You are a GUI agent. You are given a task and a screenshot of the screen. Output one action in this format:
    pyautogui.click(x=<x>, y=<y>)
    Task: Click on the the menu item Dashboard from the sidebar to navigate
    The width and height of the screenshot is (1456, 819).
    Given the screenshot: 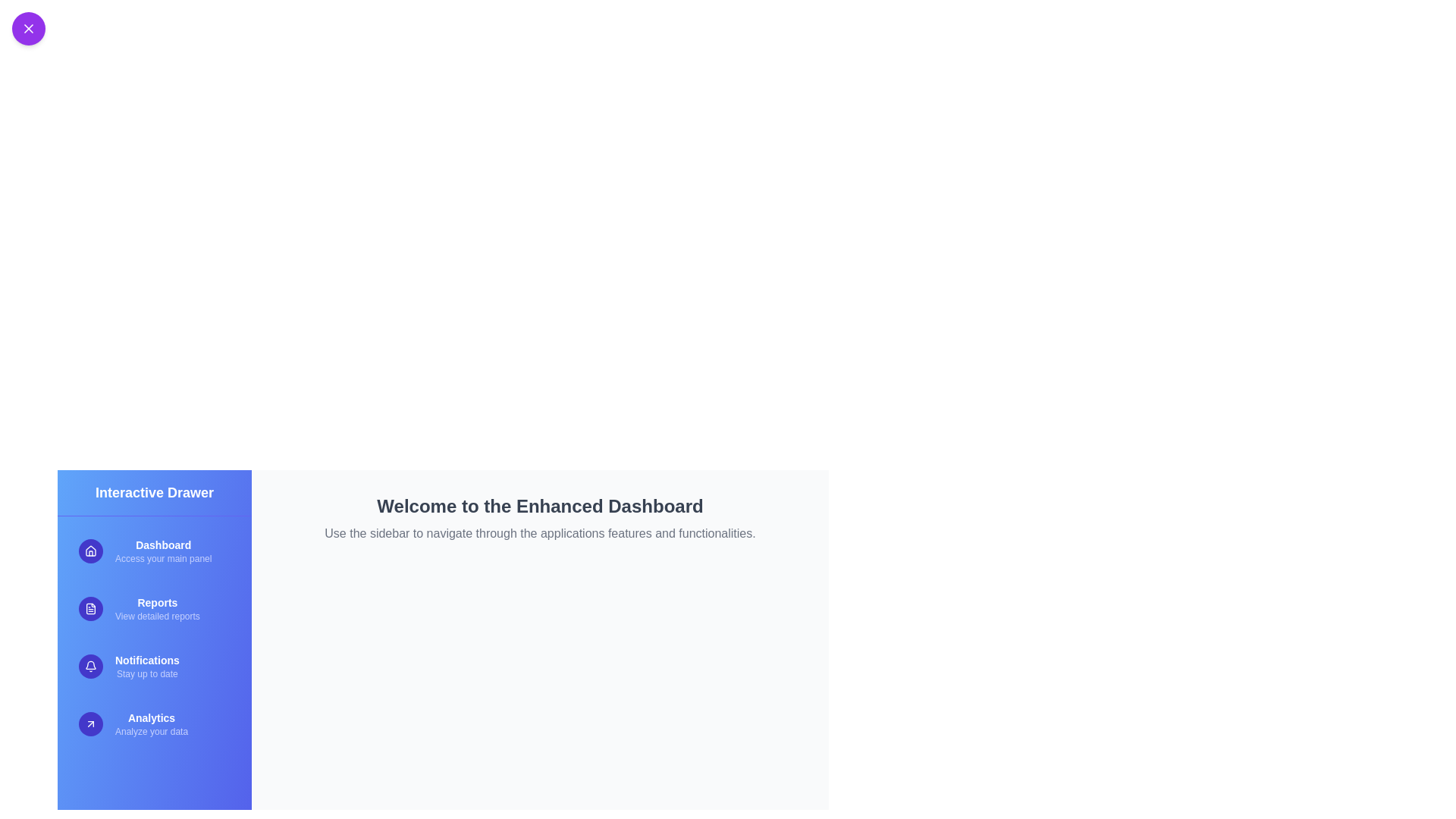 What is the action you would take?
    pyautogui.click(x=154, y=551)
    